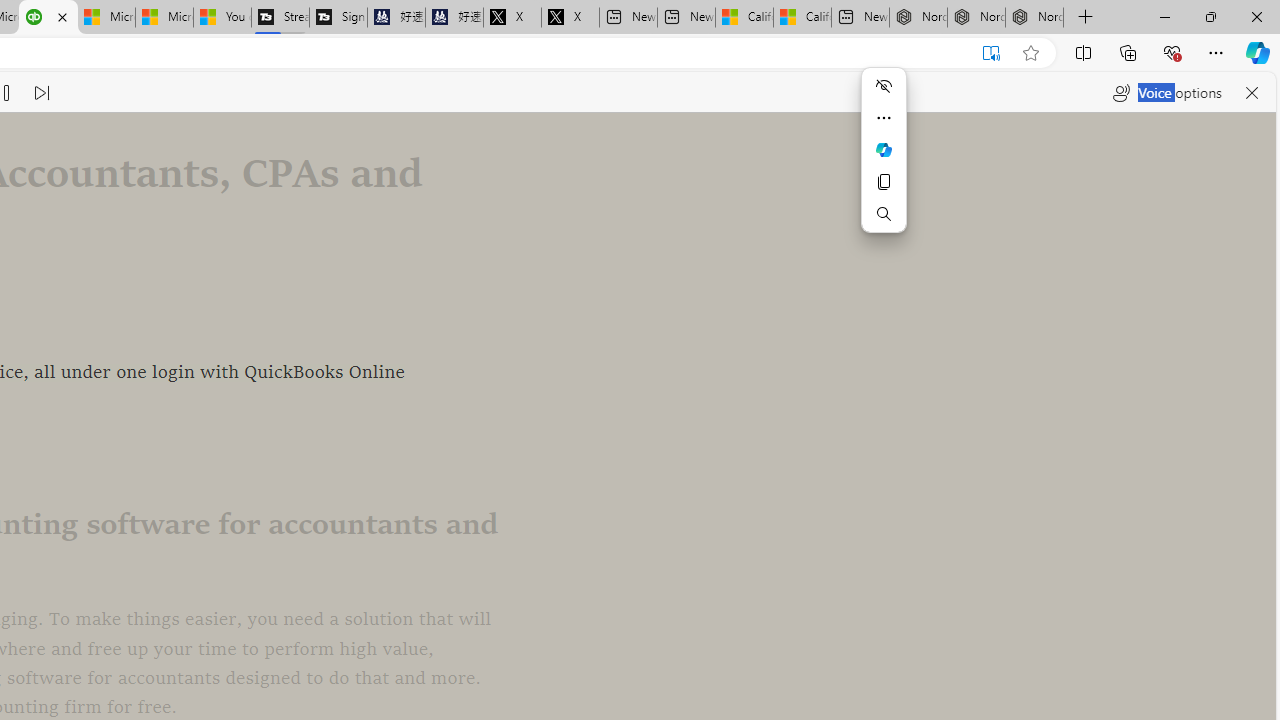 The image size is (1280, 720). Describe the element at coordinates (991, 52) in the screenshot. I see `'Exit Immersive Reader (F9)'` at that location.